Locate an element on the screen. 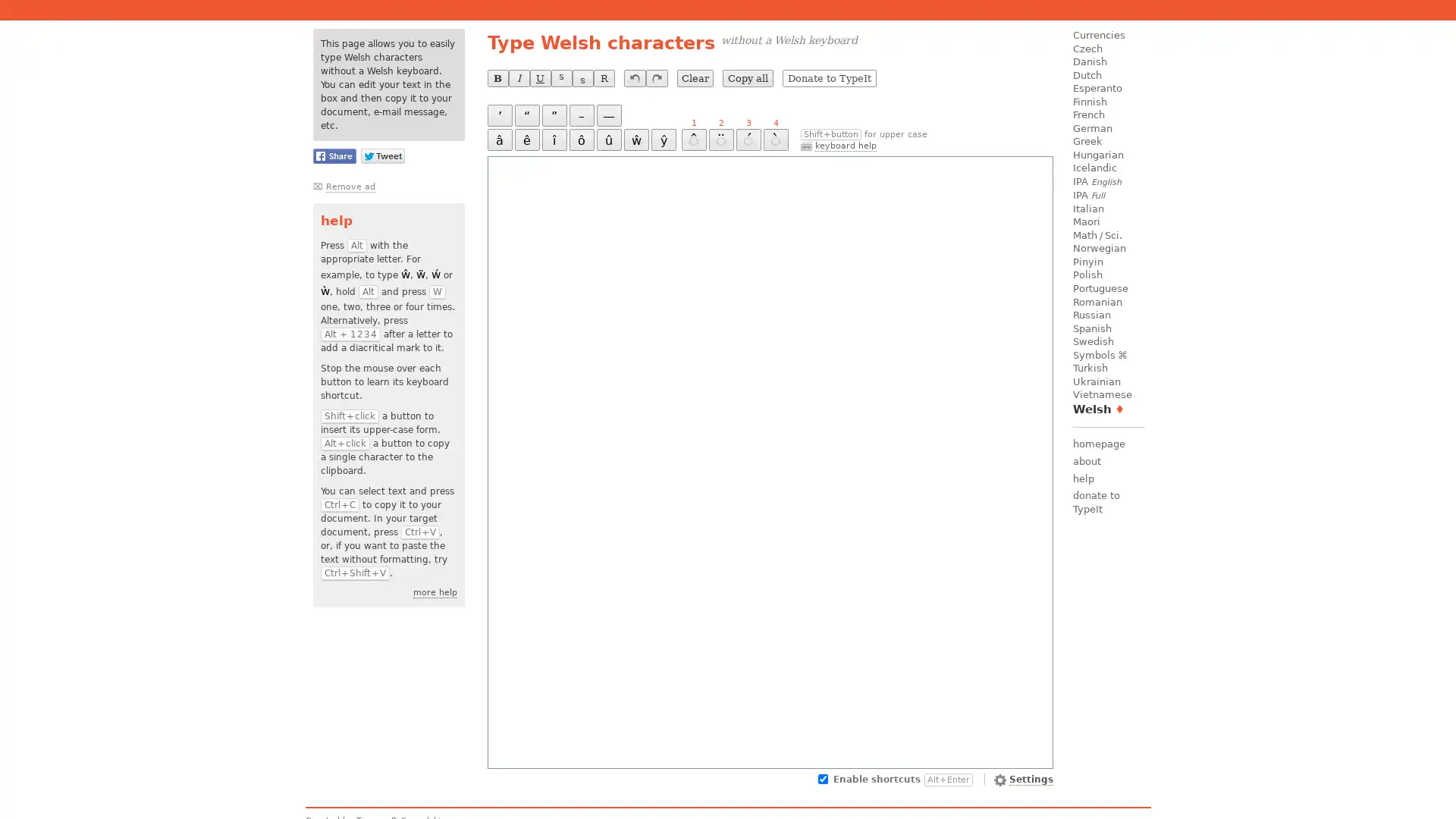 This screenshot has height=819, width=1456. S is located at coordinates (582, 78).